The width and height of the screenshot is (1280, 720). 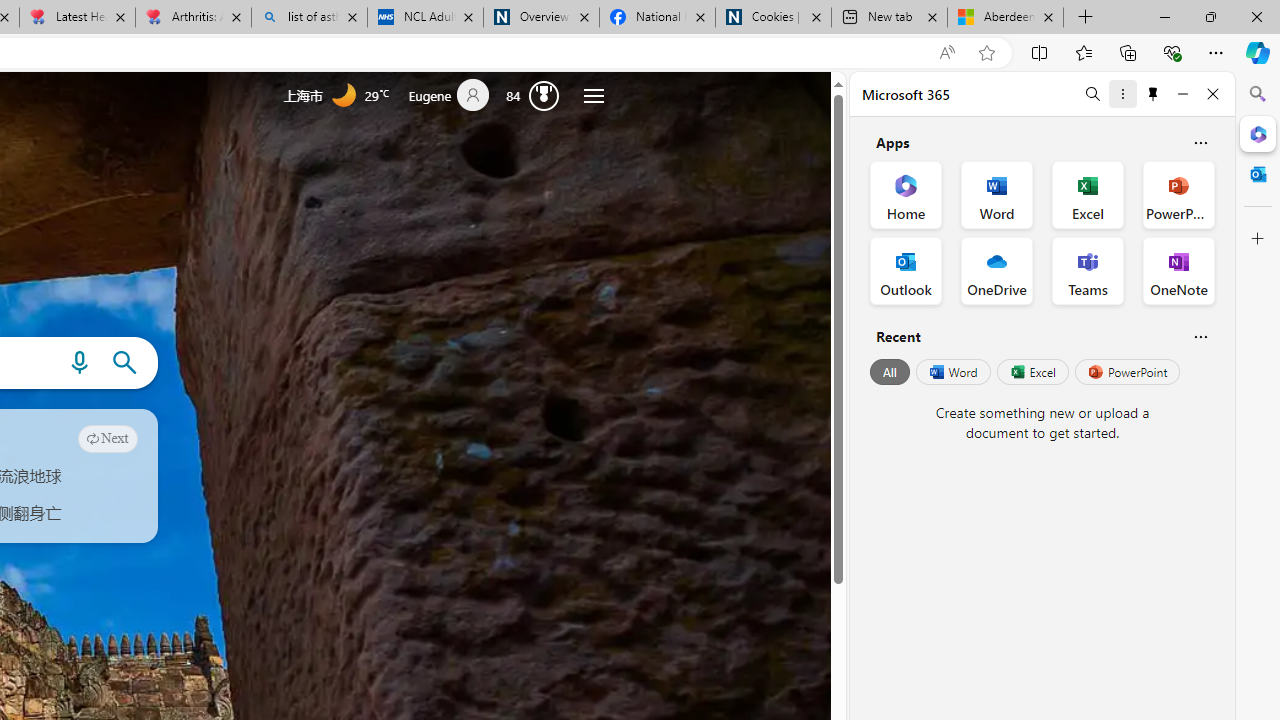 I want to click on 'Settings and quick links', so click(x=593, y=95).